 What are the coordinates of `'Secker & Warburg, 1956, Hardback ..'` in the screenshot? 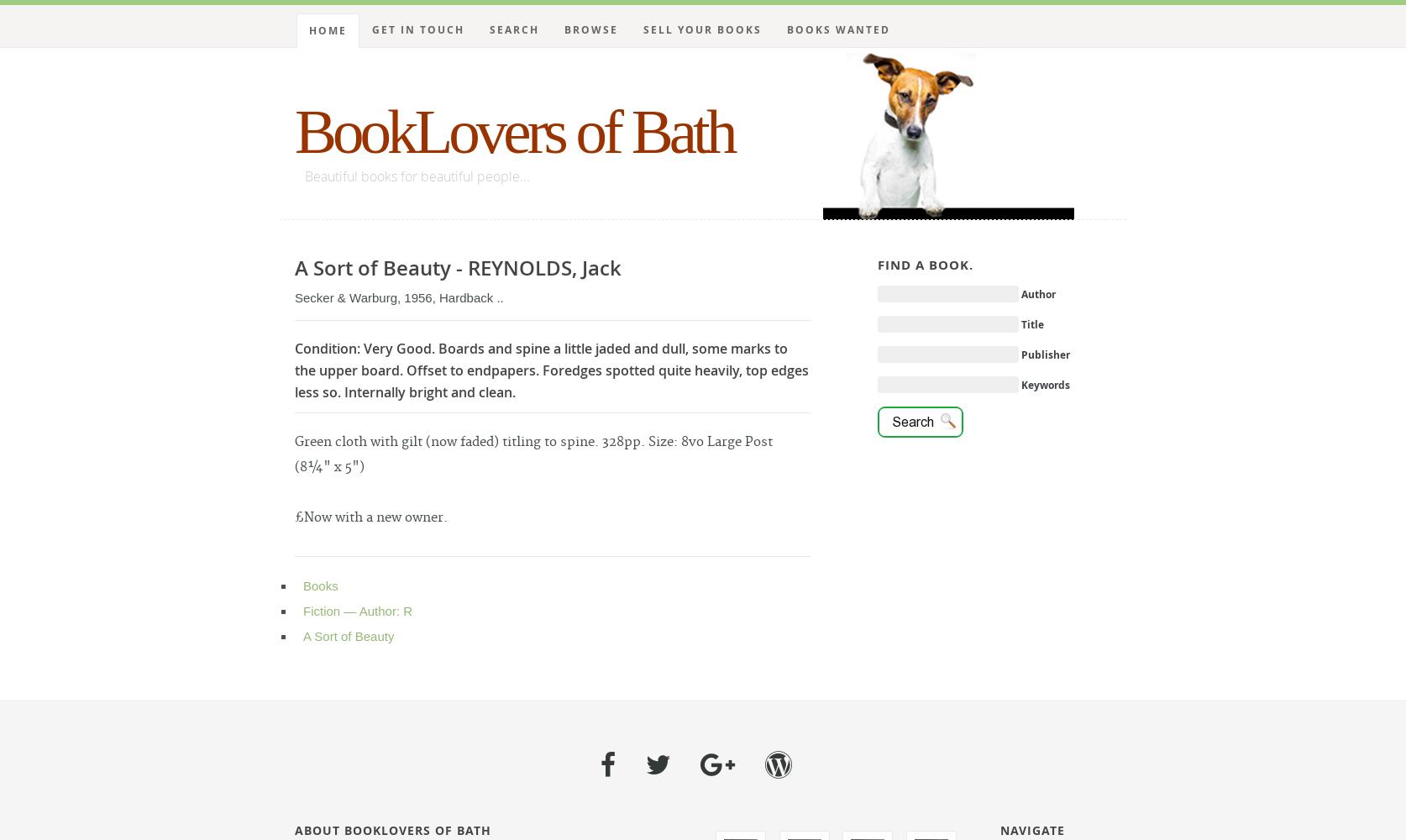 It's located at (398, 297).